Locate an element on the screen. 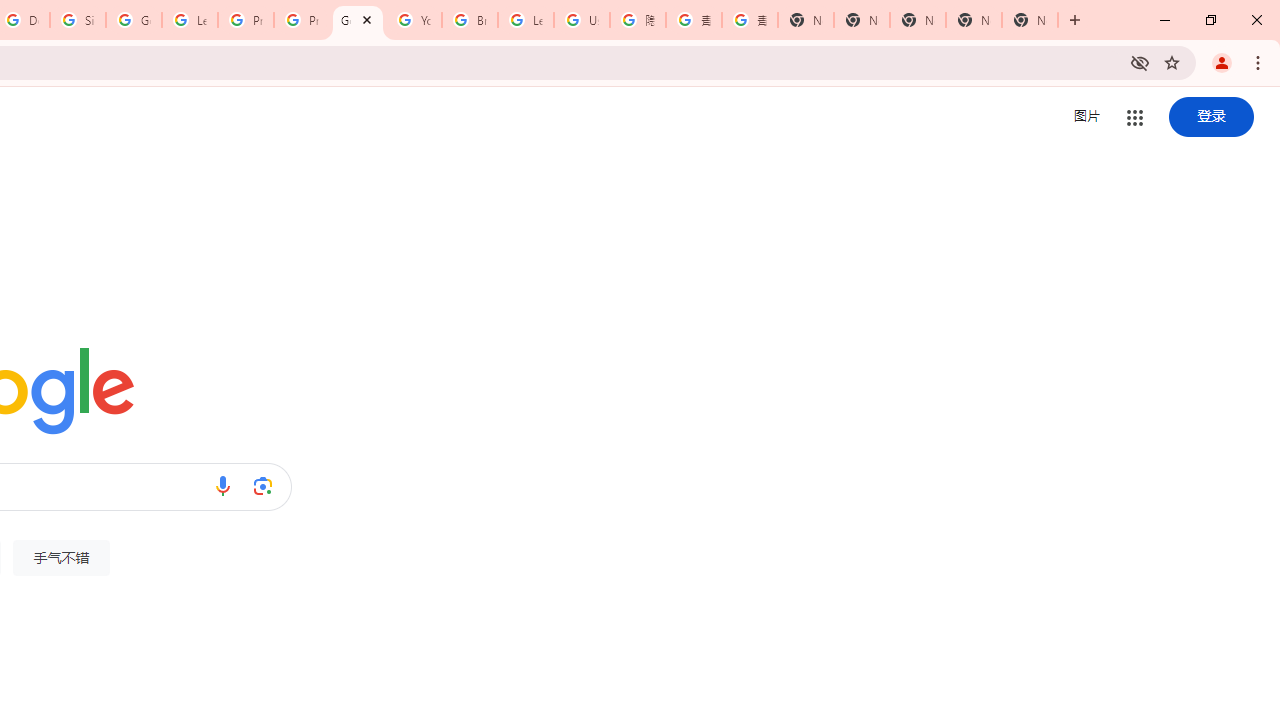 The width and height of the screenshot is (1280, 720). 'Privacy Help Center - Policies Help' is located at coordinates (301, 20).